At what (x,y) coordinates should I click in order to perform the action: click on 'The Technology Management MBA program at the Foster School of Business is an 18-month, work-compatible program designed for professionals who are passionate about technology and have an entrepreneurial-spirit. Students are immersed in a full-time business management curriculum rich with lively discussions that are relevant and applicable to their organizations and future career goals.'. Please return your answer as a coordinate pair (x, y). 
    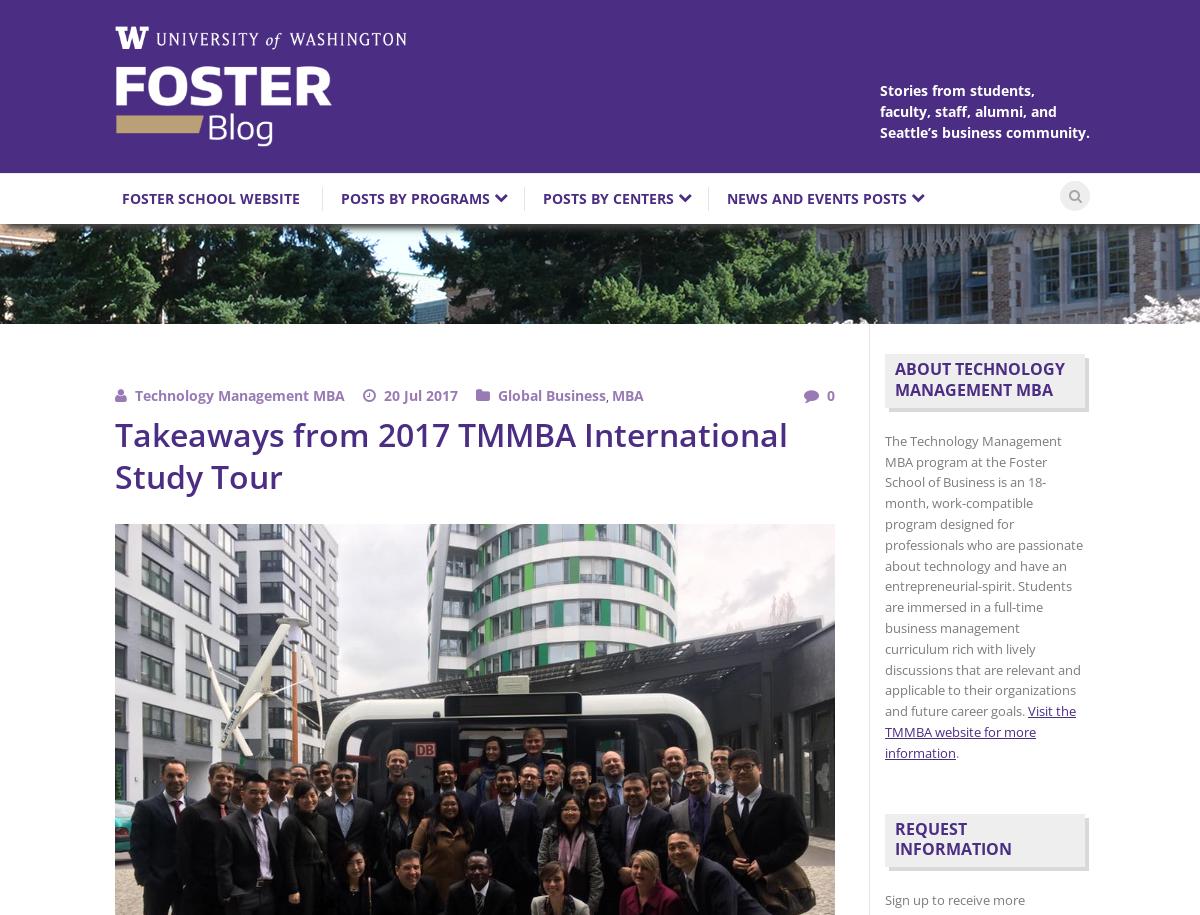
    Looking at the image, I should click on (884, 574).